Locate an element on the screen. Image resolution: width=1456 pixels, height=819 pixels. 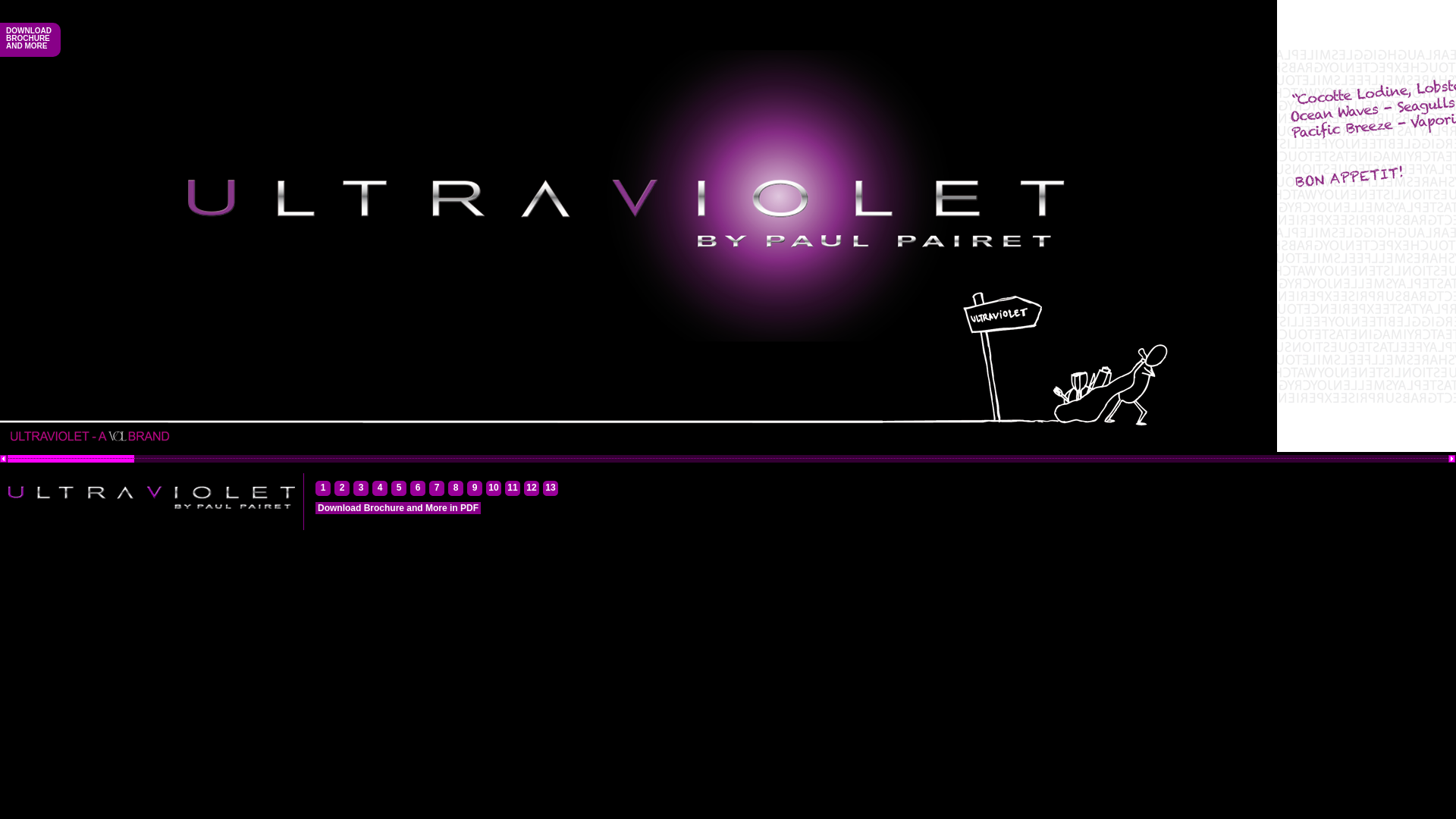
'2' is located at coordinates (341, 488).